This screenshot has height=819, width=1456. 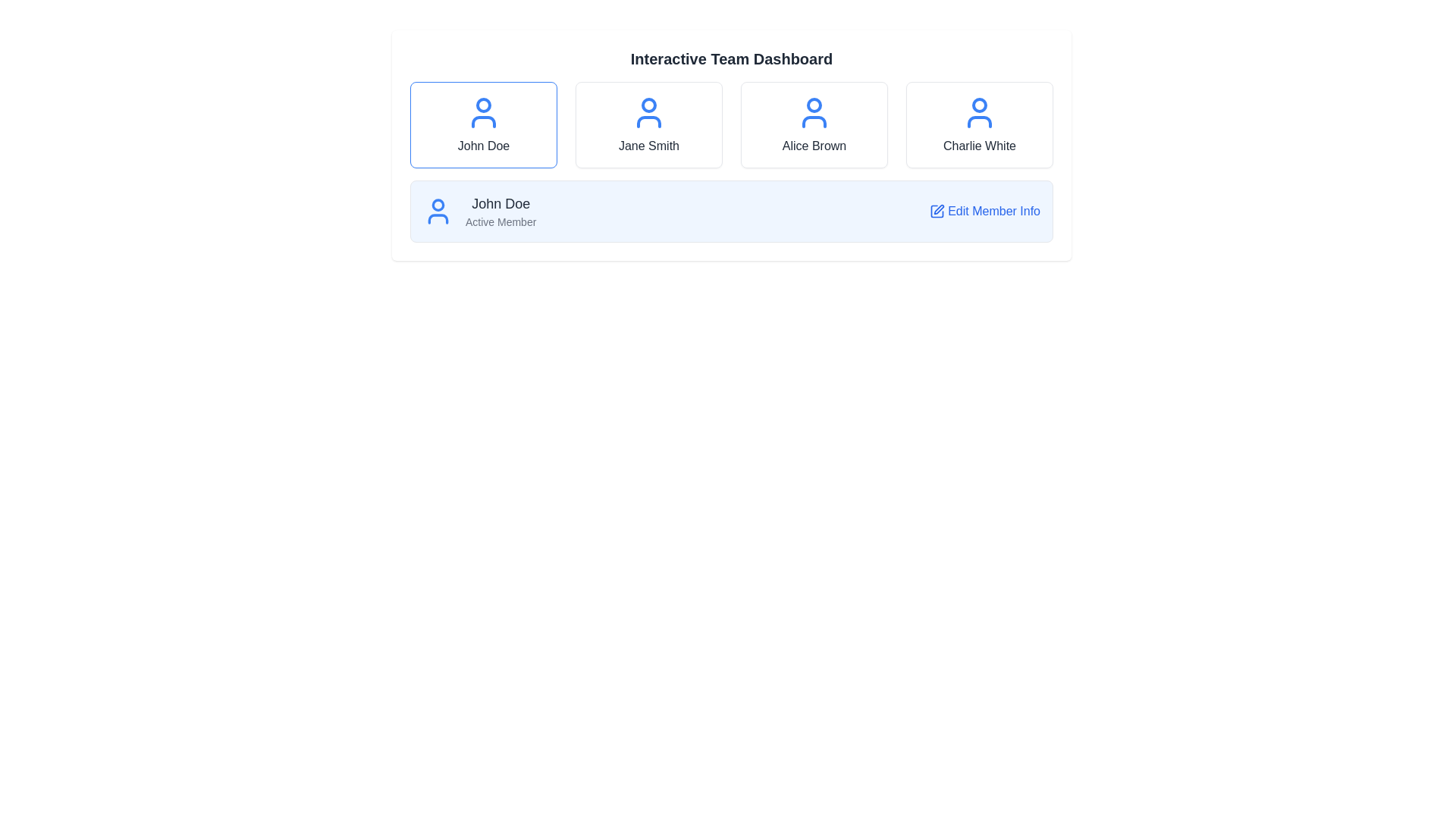 I want to click on the user's profile summary card located at the top left of the grid to activate hover effects, so click(x=483, y=124).